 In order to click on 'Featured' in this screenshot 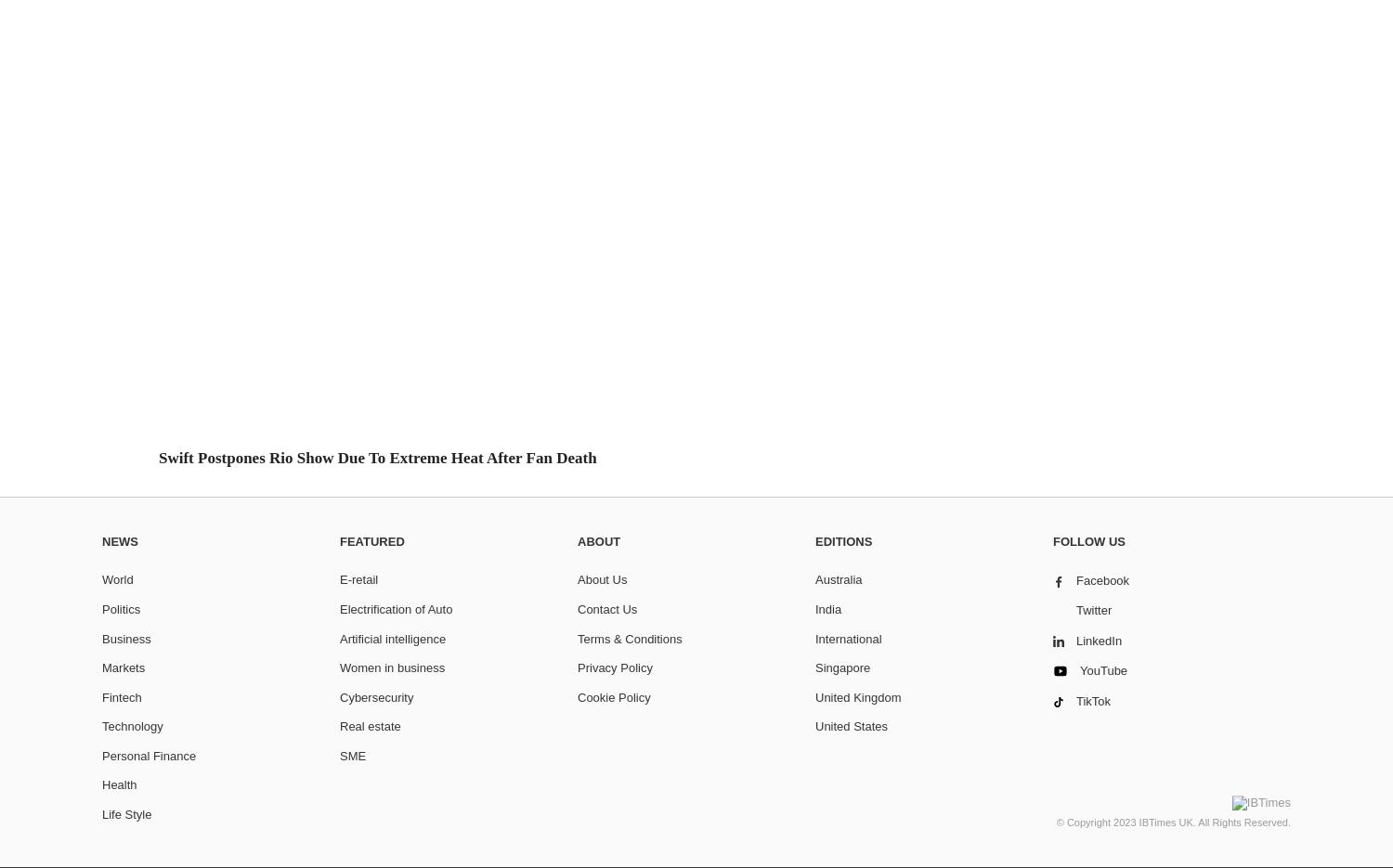, I will do `click(371, 540)`.